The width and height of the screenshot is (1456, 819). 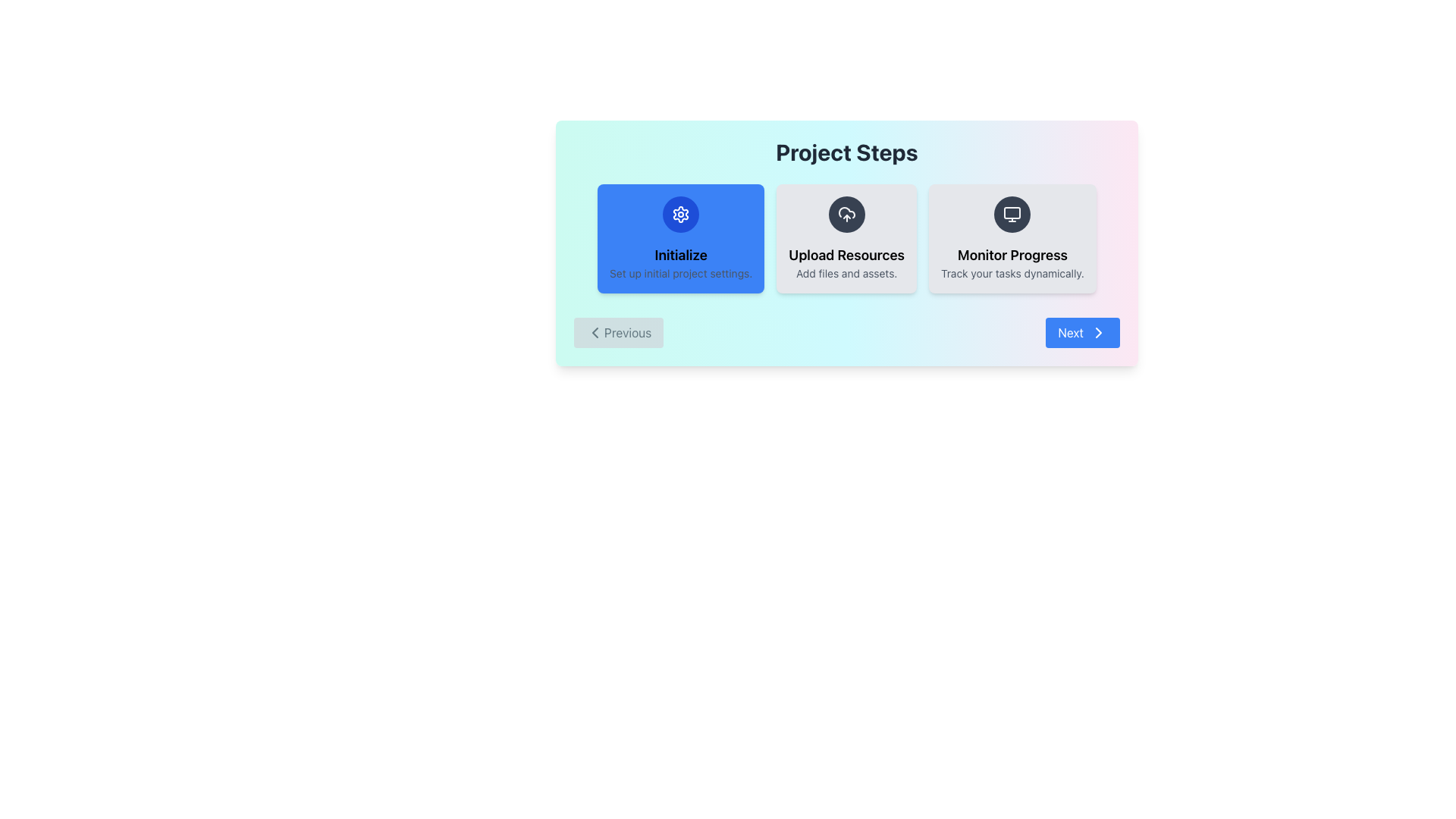 What do you see at coordinates (1099, 332) in the screenshot?
I see `the right-facing chevron icon located in the bottom-right corner of the step navigation card that contains the label 'Next'` at bounding box center [1099, 332].